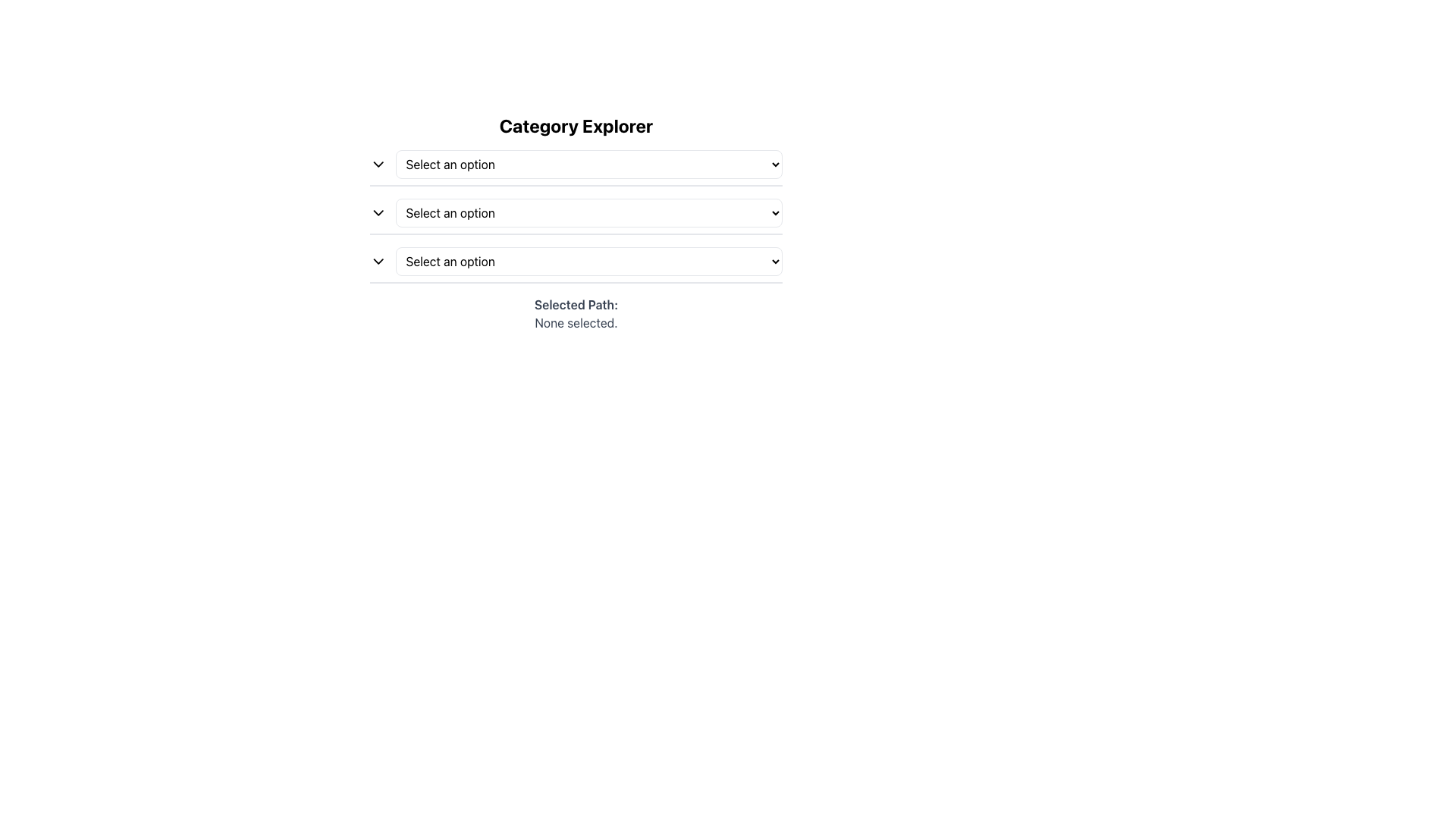 Image resolution: width=1456 pixels, height=819 pixels. I want to click on the second dropdown menu in the 'Category Explorer' group, so click(588, 213).